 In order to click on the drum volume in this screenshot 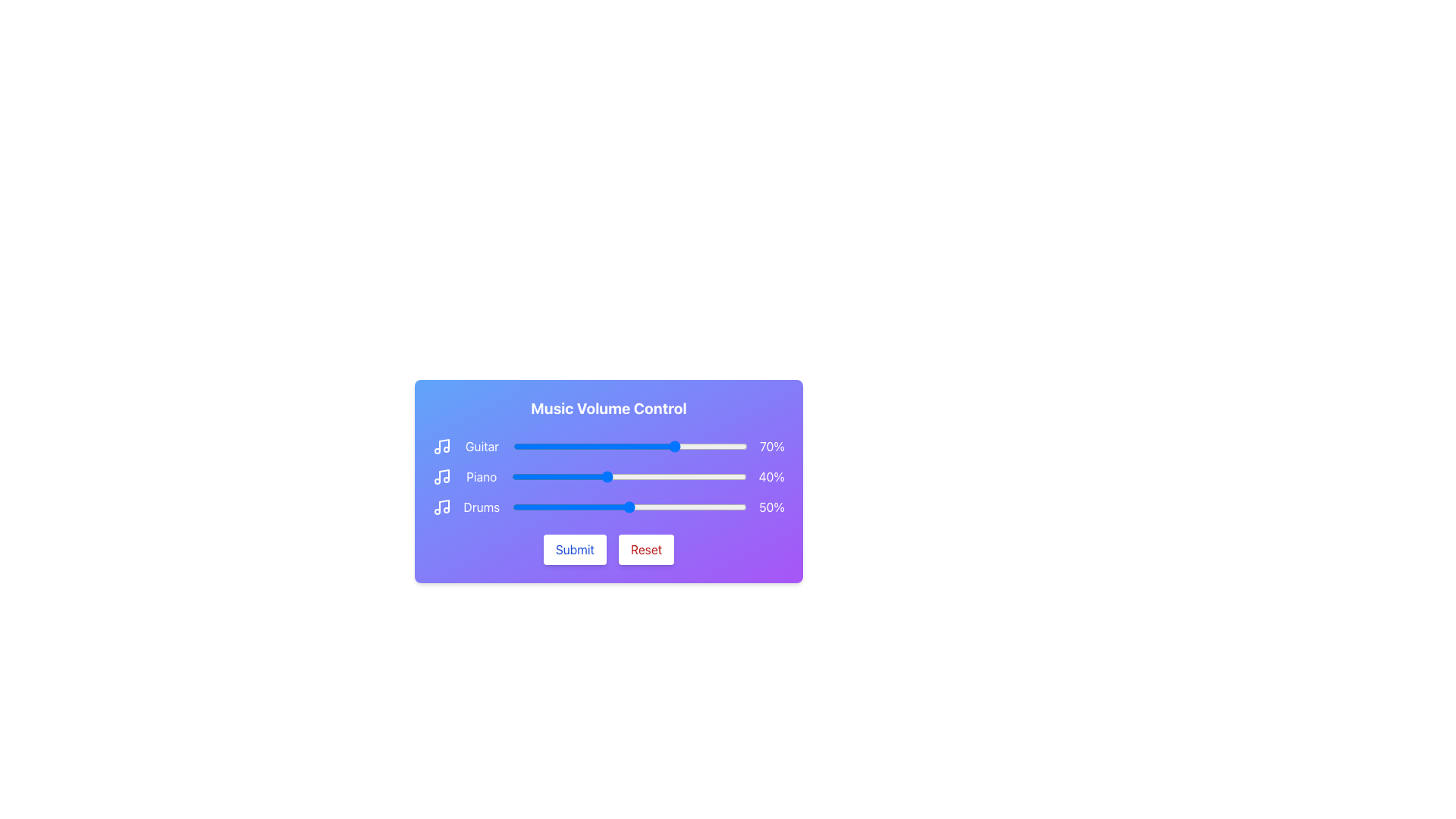, I will do `click(514, 507)`.